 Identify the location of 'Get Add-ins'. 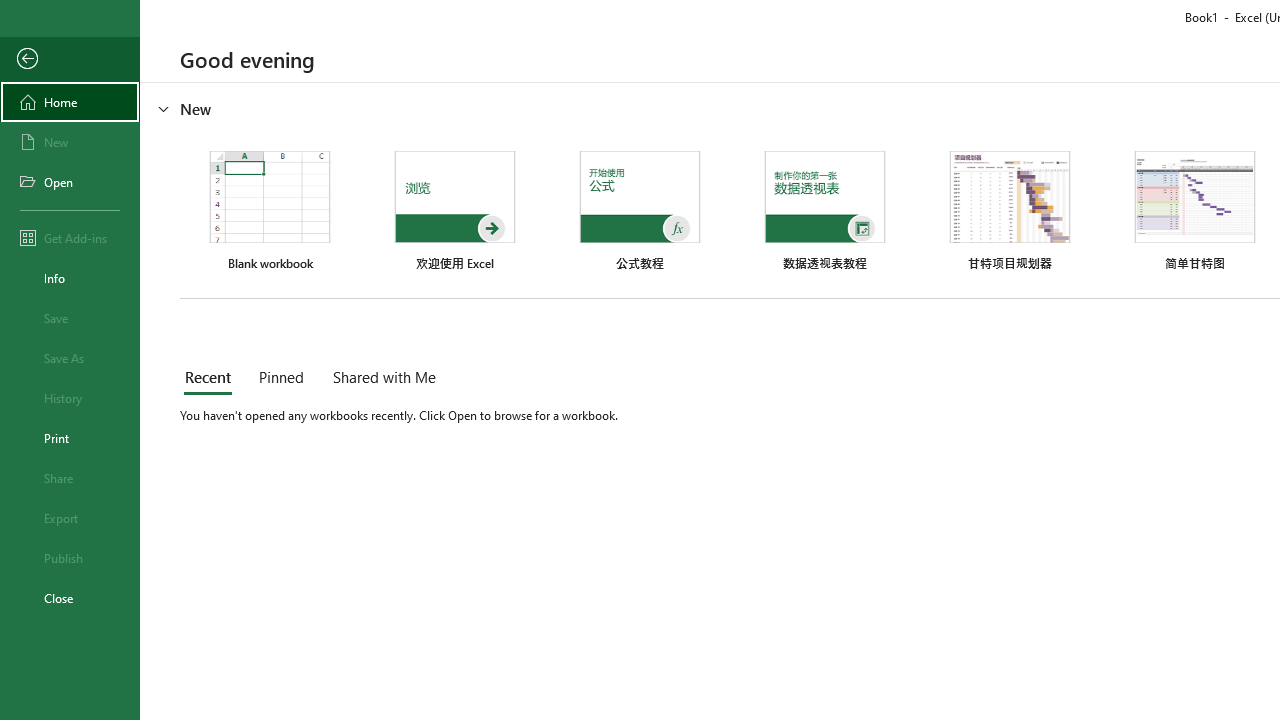
(69, 236).